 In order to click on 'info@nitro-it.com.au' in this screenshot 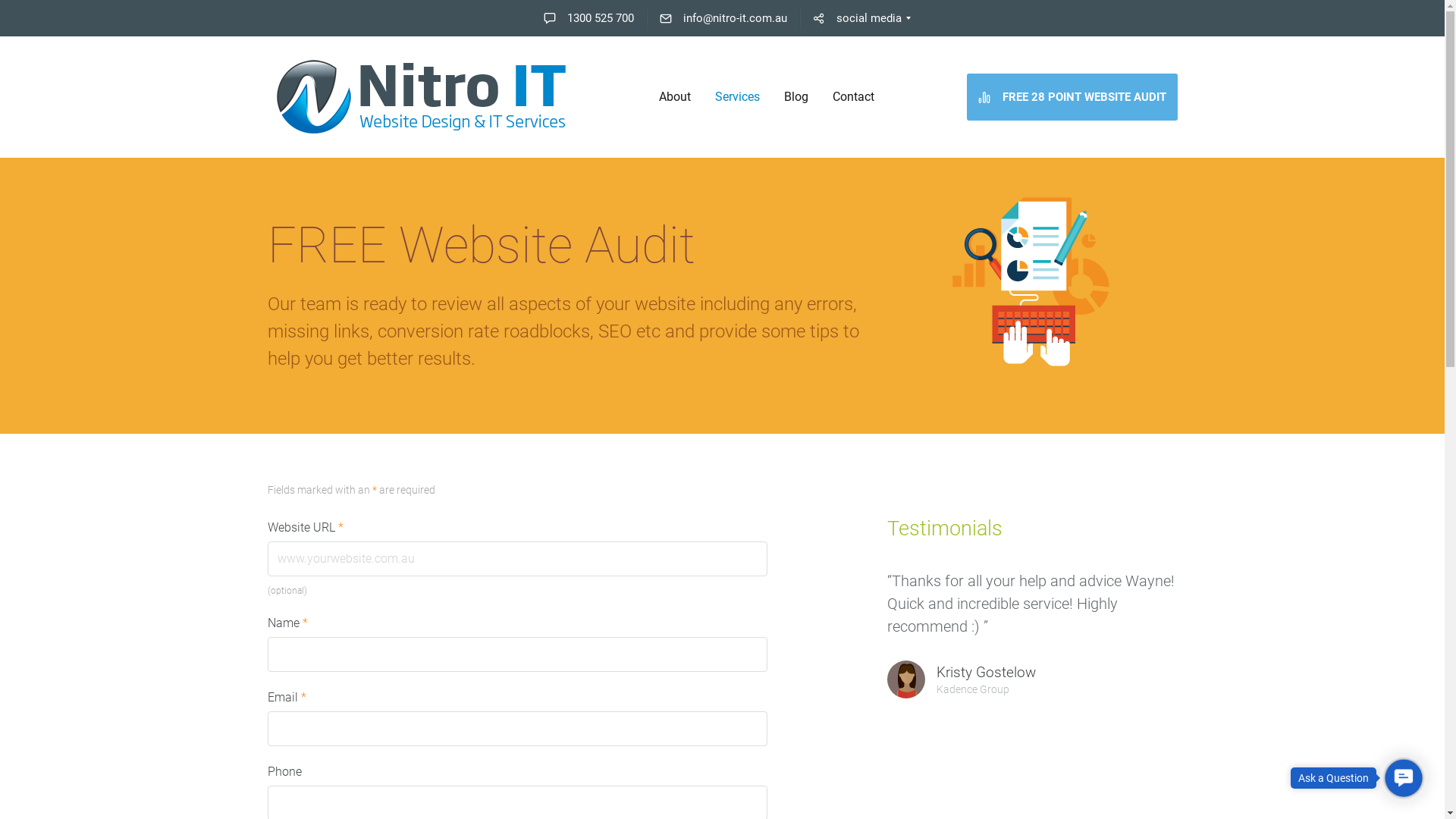, I will do `click(722, 17)`.